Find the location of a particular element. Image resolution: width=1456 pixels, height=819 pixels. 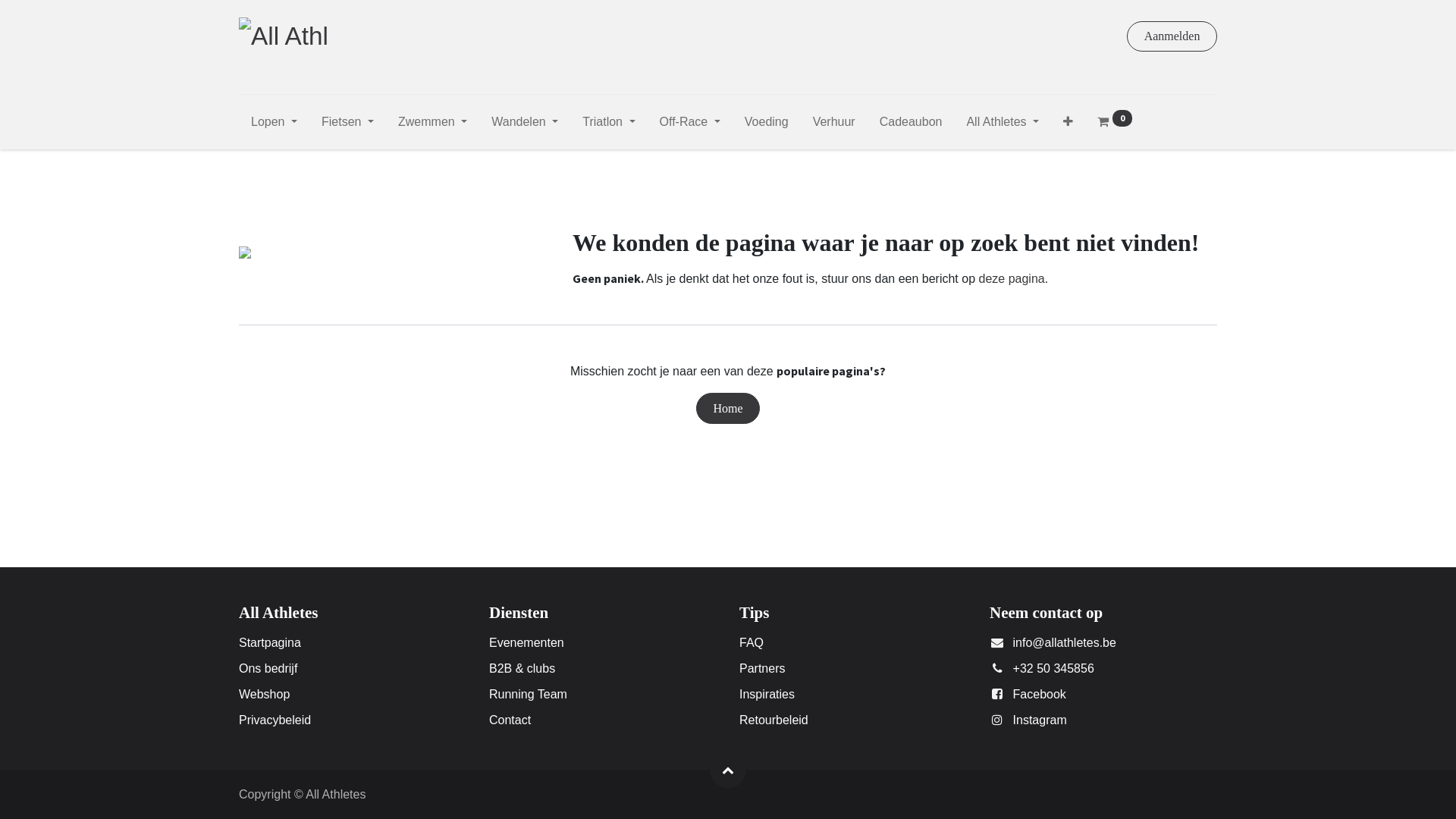

'Startpagina' is located at coordinates (269, 642).